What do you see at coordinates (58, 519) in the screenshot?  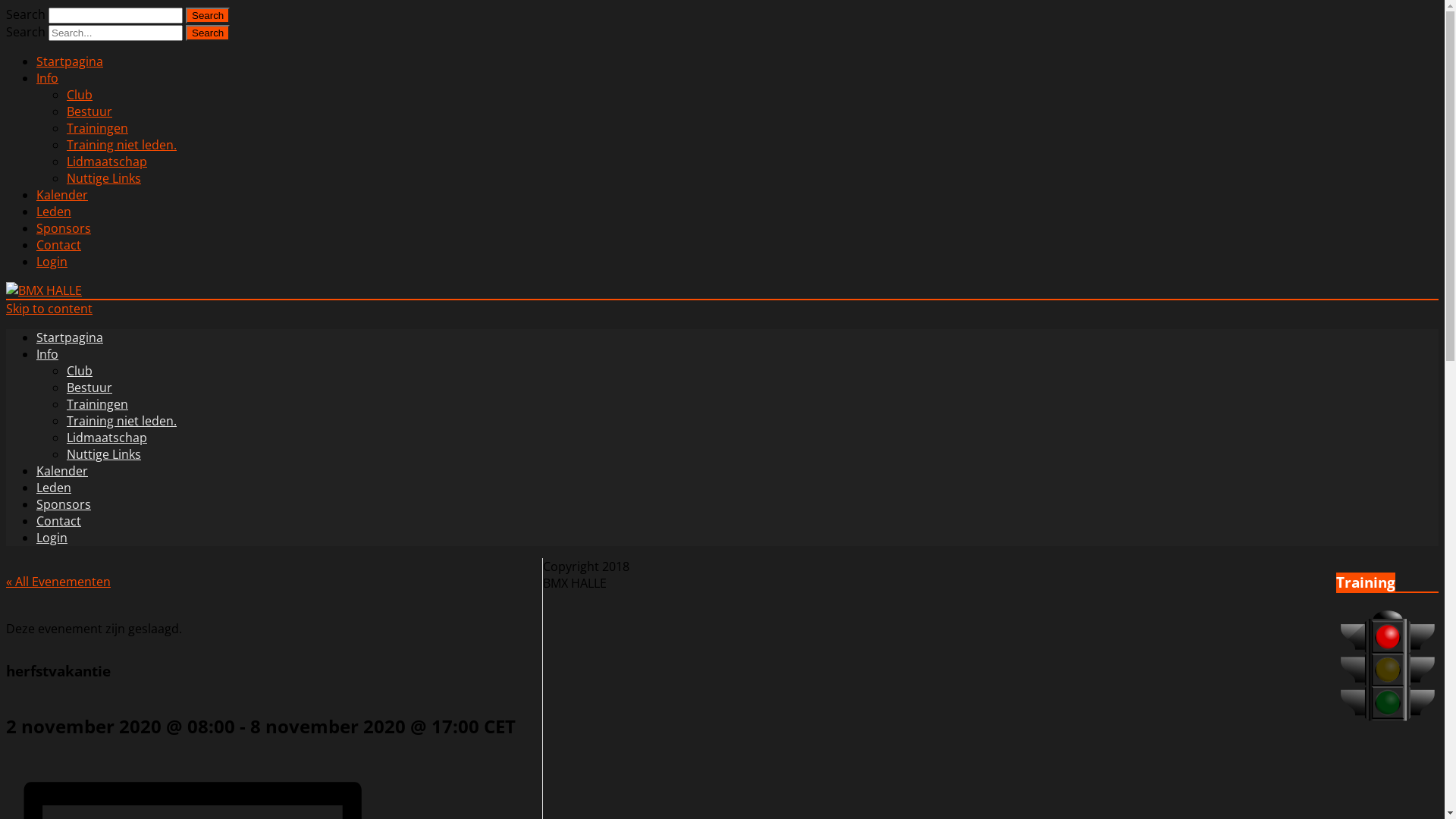 I see `'Contact'` at bounding box center [58, 519].